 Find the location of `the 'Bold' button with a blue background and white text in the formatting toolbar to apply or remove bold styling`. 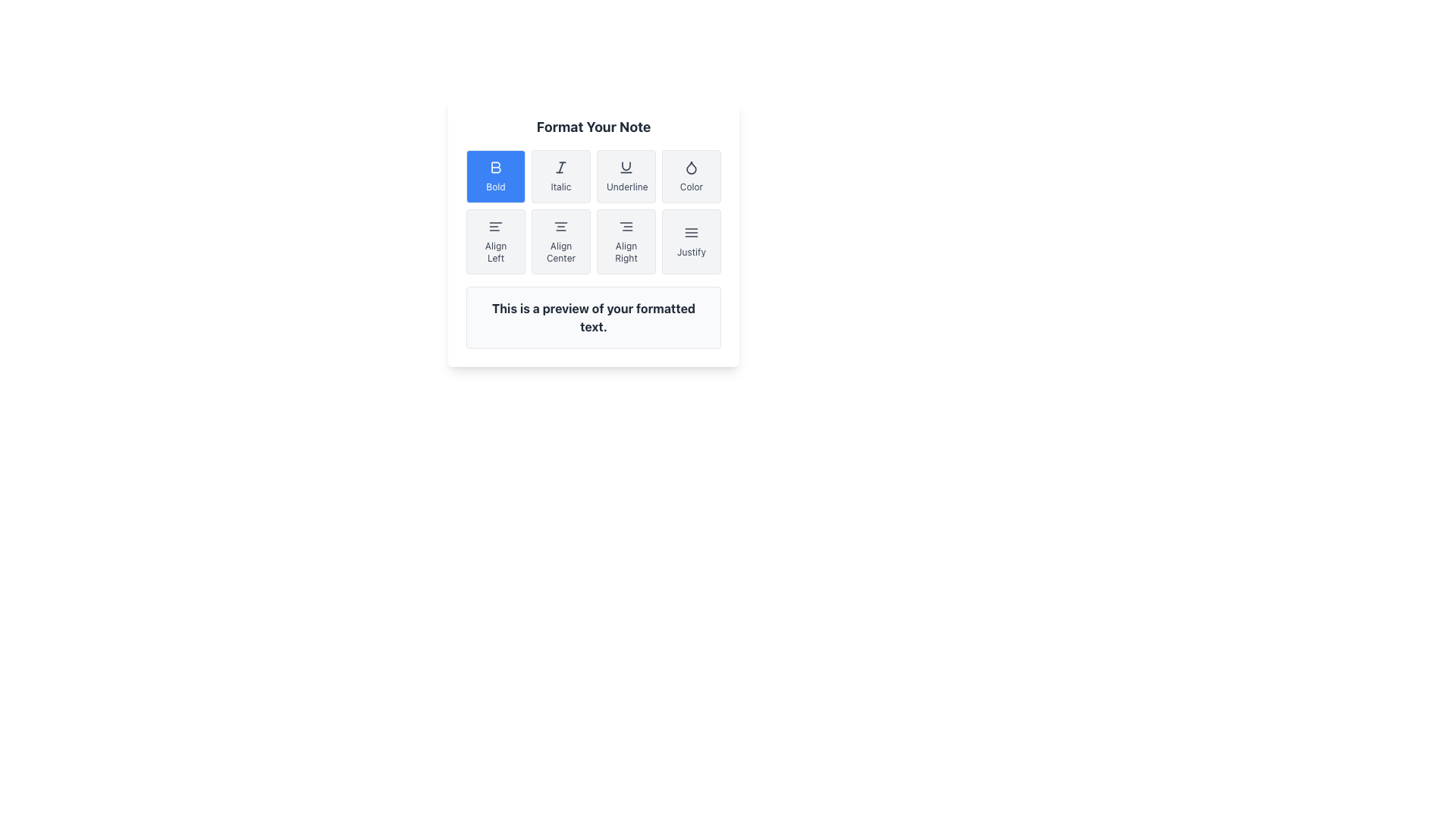

the 'Bold' button with a blue background and white text in the formatting toolbar to apply or remove bold styling is located at coordinates (495, 175).